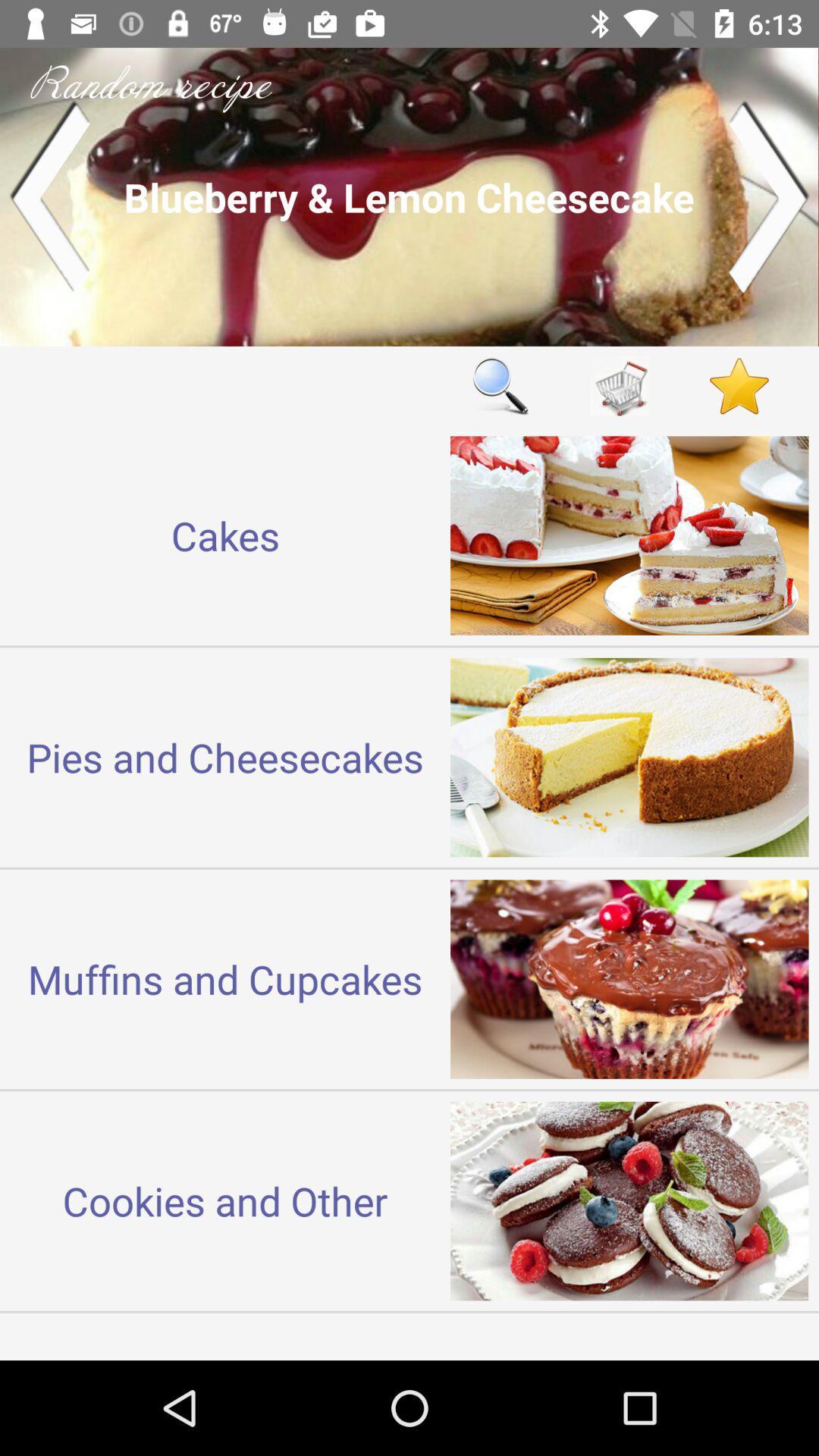  I want to click on the search icon, so click(500, 386).